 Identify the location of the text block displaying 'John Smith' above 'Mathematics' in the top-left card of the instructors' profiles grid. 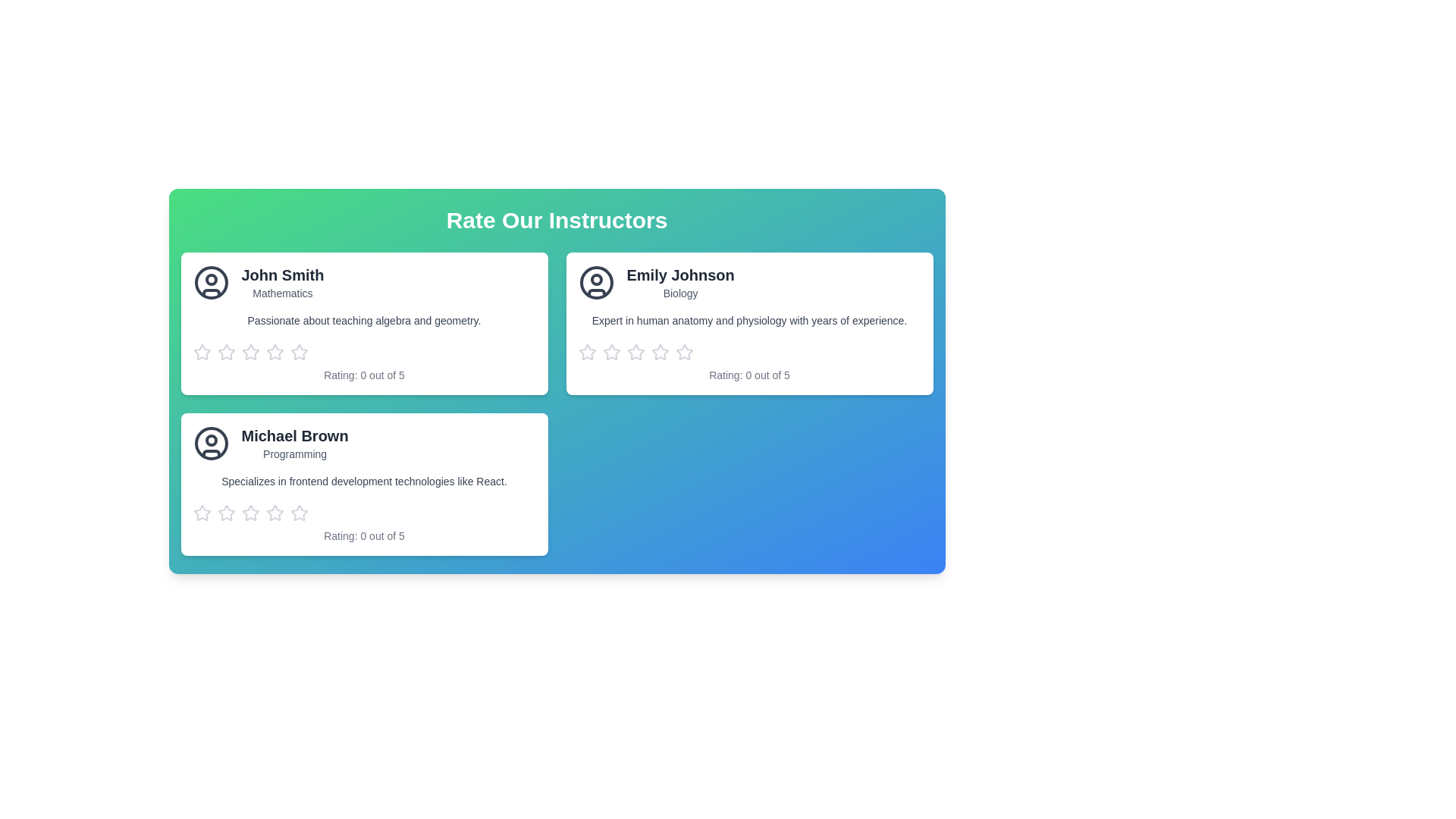
(282, 283).